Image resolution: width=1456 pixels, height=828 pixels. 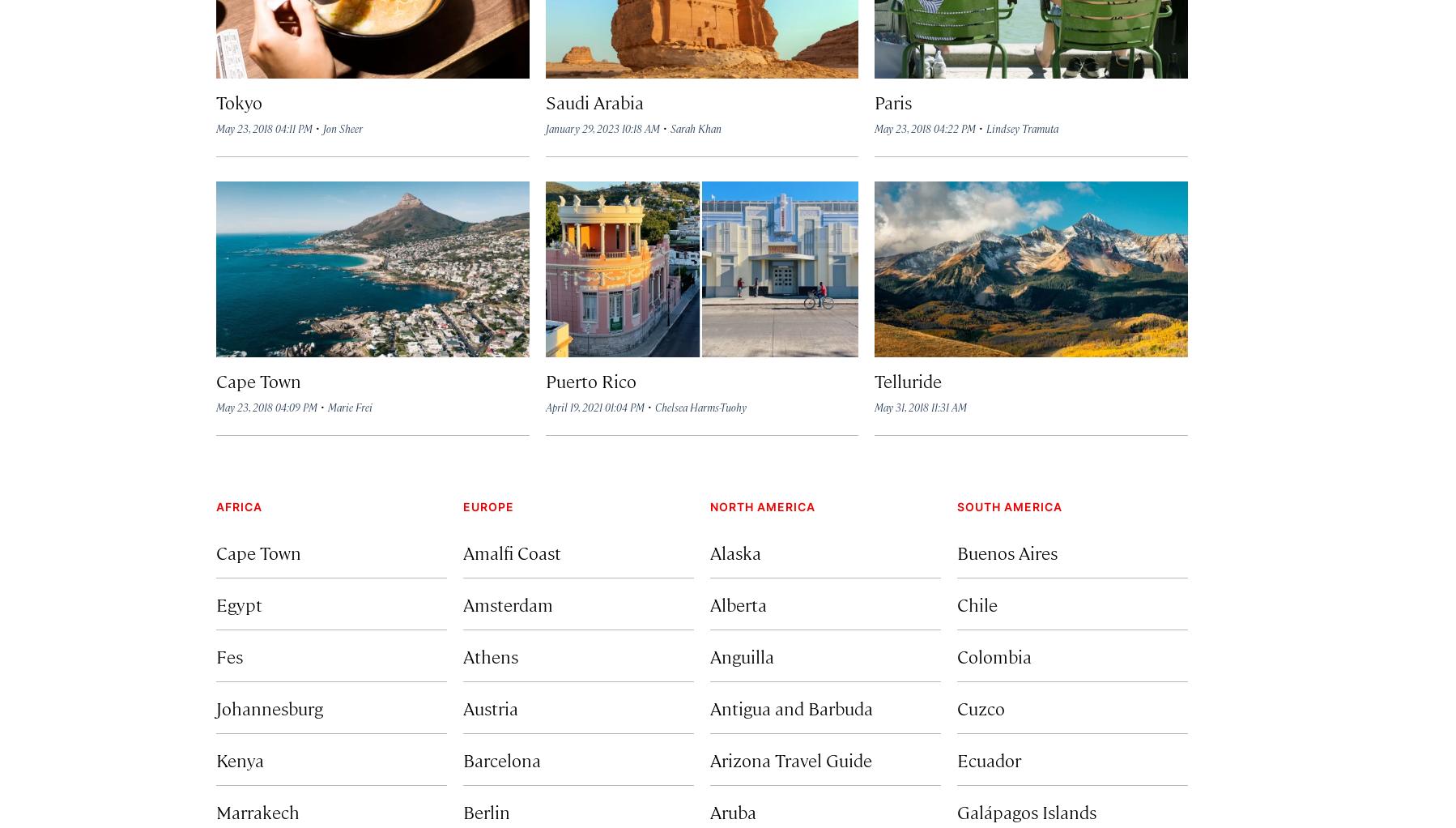 I want to click on 'Alberta', so click(x=737, y=602).